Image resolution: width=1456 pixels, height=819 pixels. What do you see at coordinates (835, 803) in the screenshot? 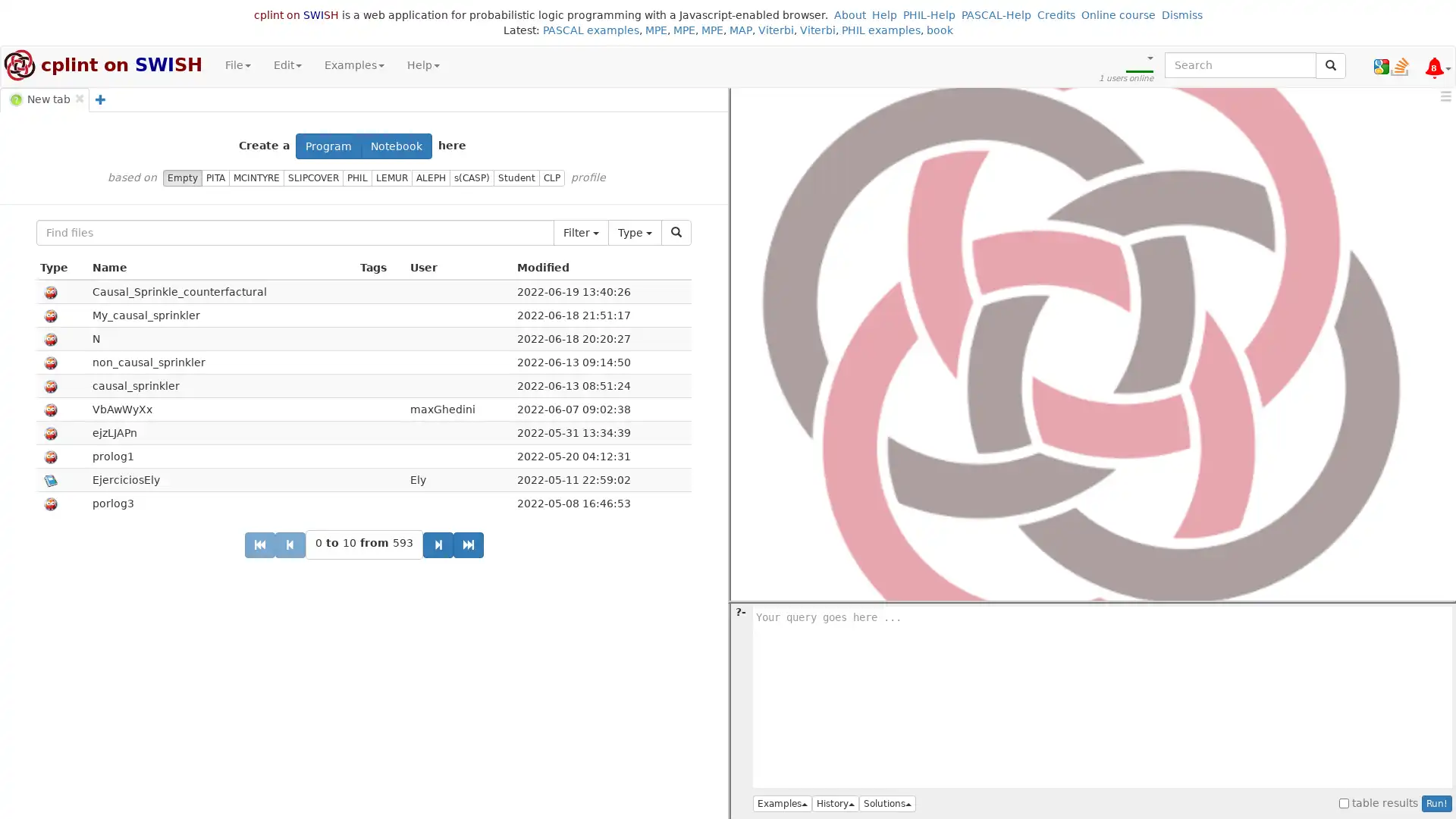
I see `History` at bounding box center [835, 803].